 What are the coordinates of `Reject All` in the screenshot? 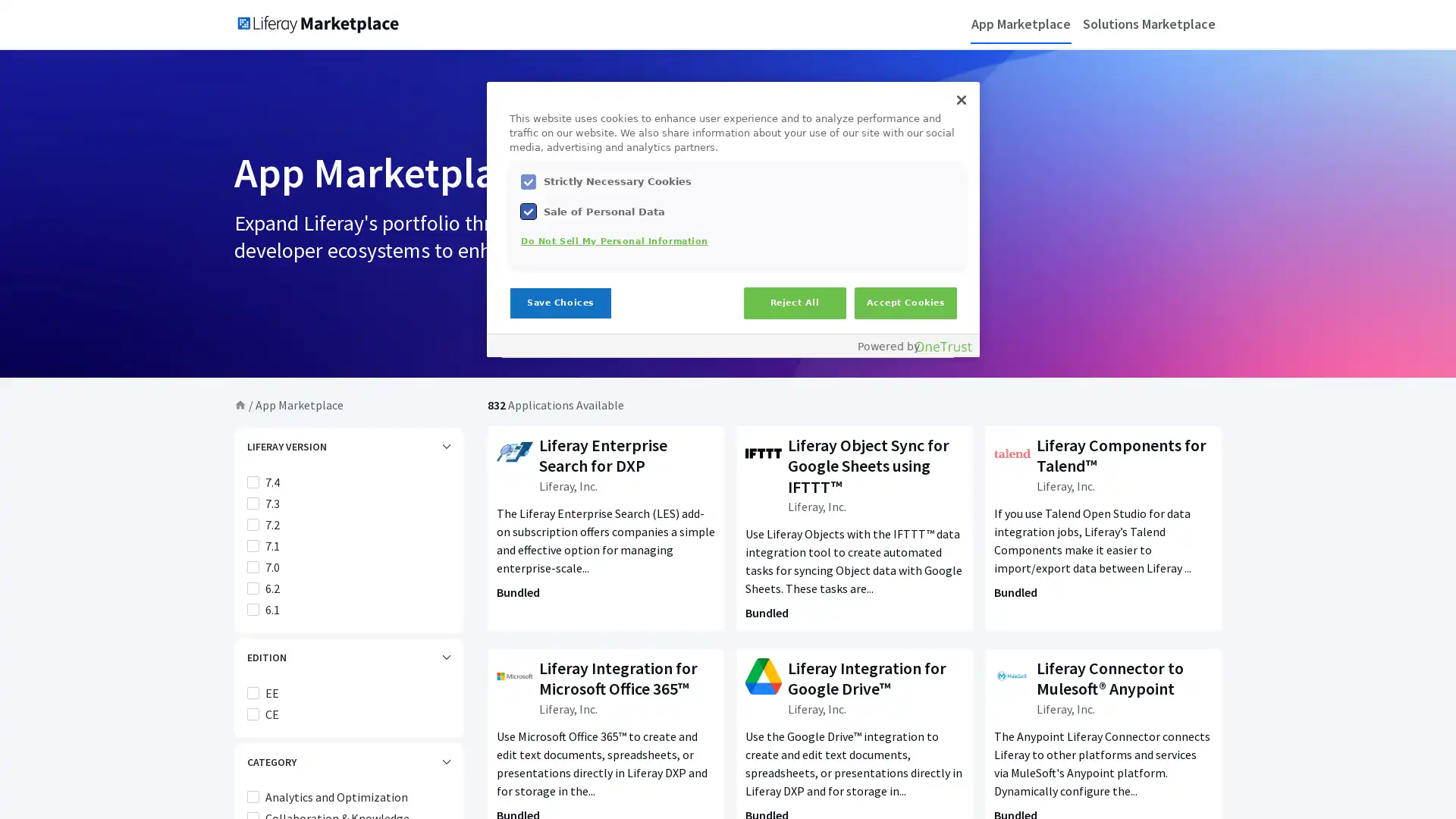 It's located at (793, 302).